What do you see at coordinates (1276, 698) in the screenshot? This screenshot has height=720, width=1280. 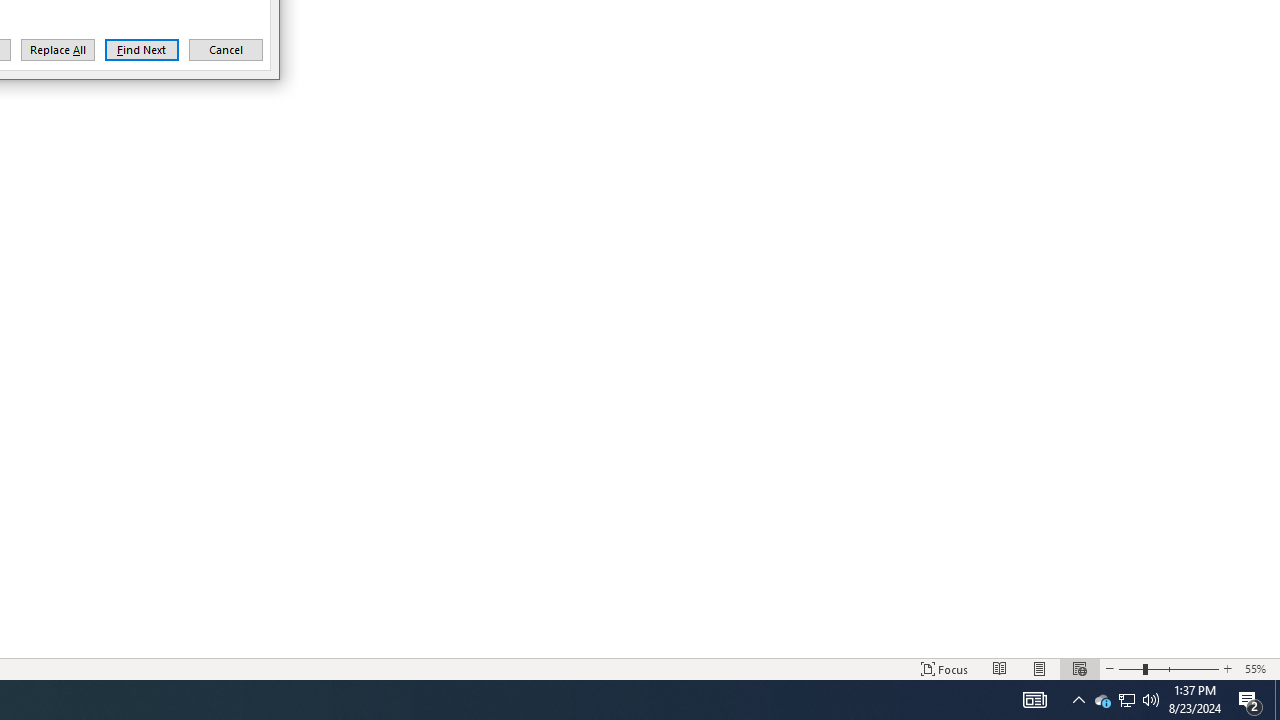 I see `'Zoom 55%'` at bounding box center [1276, 698].